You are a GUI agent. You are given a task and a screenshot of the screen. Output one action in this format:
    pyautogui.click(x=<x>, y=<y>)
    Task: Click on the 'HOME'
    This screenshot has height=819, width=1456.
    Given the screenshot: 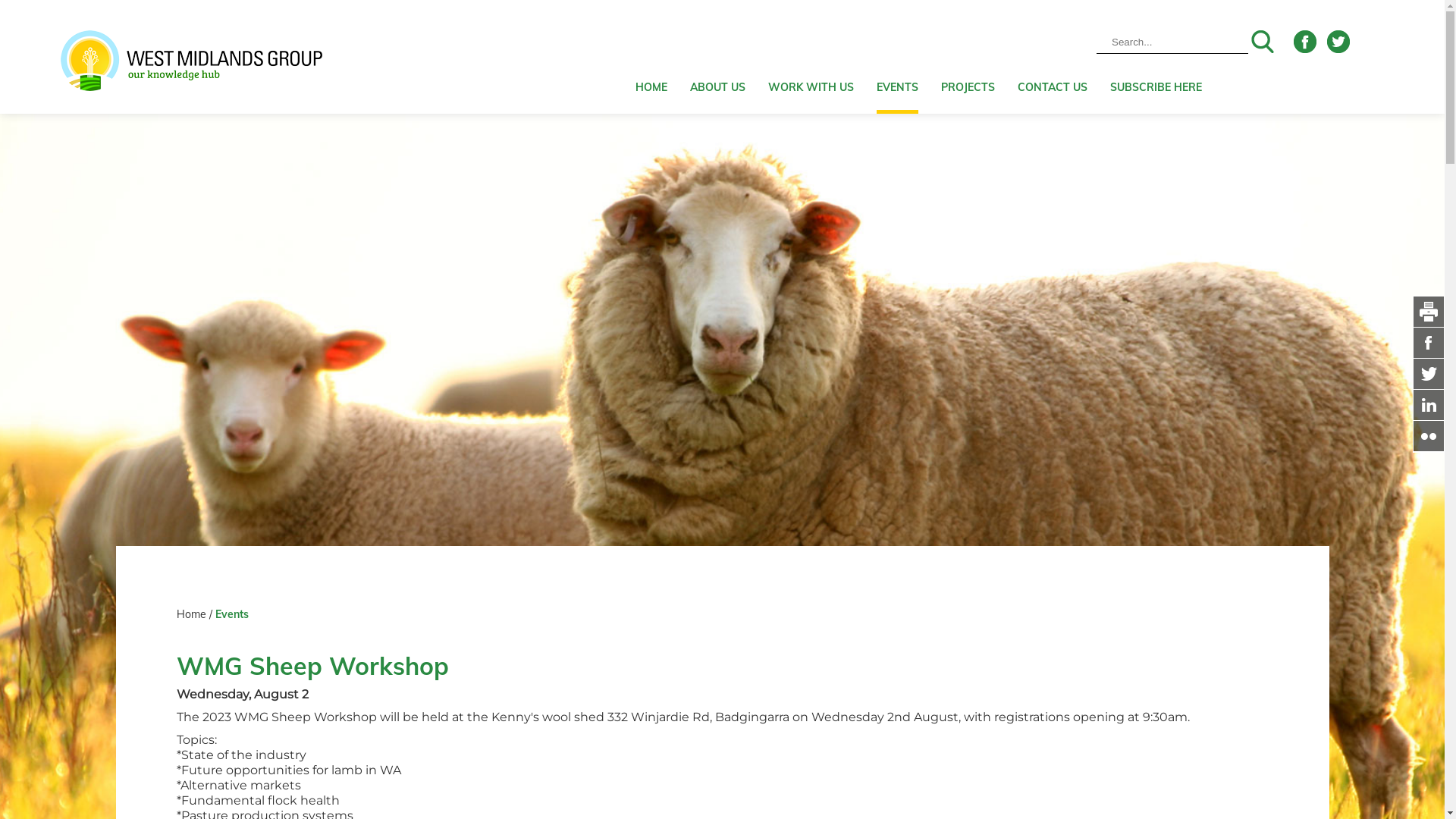 What is the action you would take?
    pyautogui.click(x=635, y=55)
    